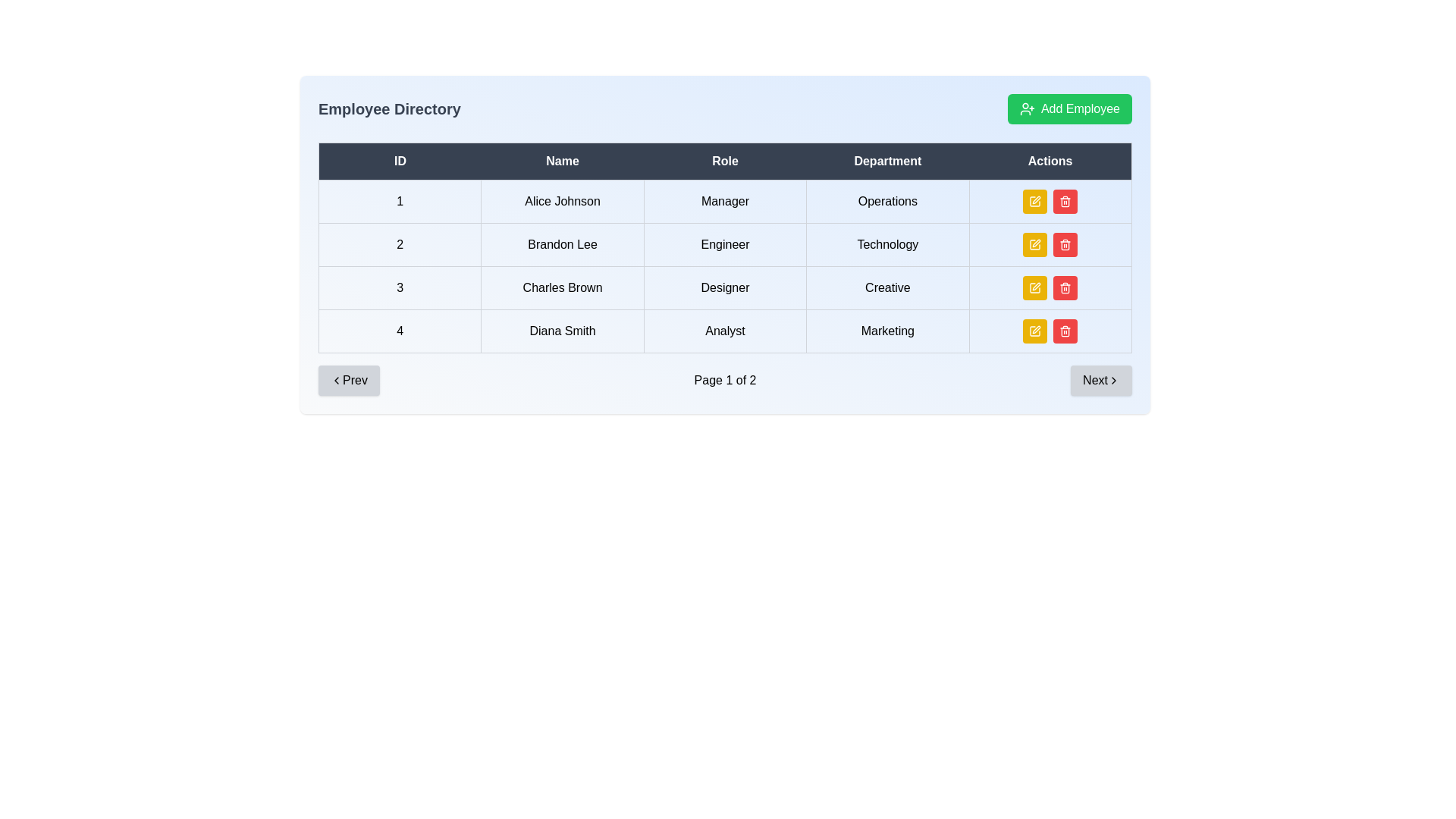 Image resolution: width=1456 pixels, height=819 pixels. Describe the element at coordinates (1065, 245) in the screenshot. I see `the red trash icon located in the rightmost column labeled 'Actions', which symbolizes delete or trash functionality` at that location.